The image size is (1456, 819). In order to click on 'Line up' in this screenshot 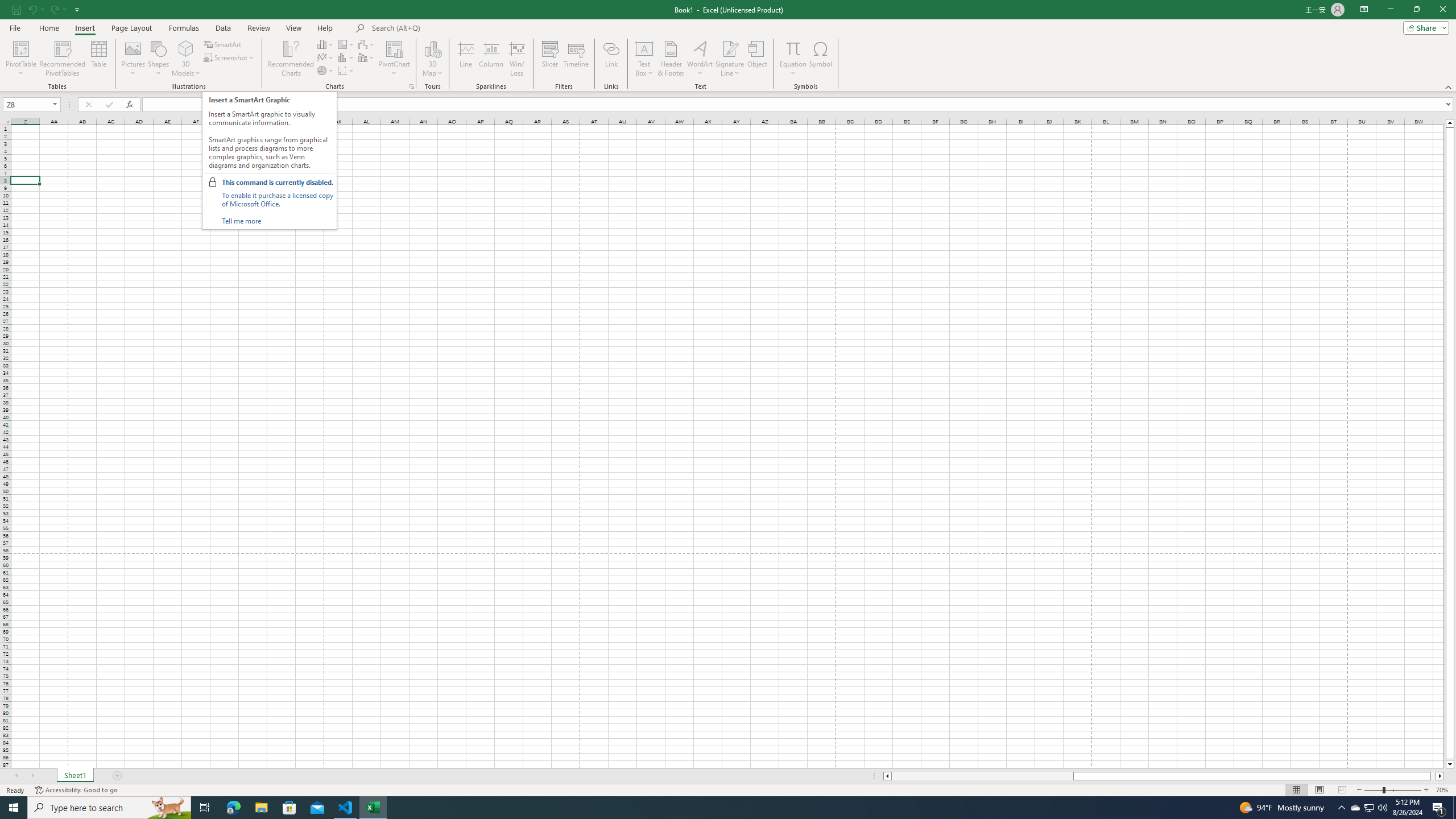, I will do `click(1449, 122)`.